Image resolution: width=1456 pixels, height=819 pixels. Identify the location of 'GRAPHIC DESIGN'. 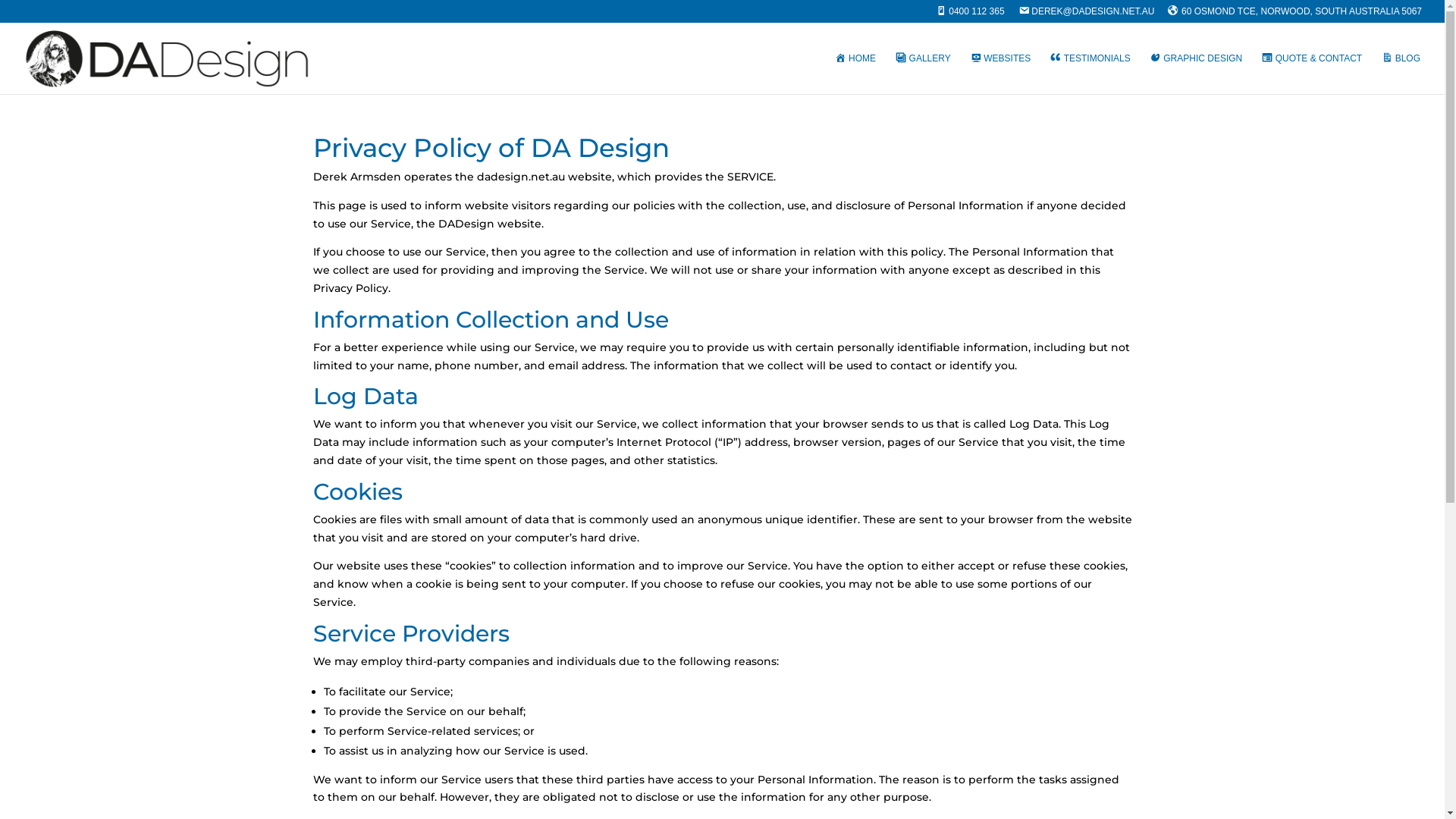
(1150, 73).